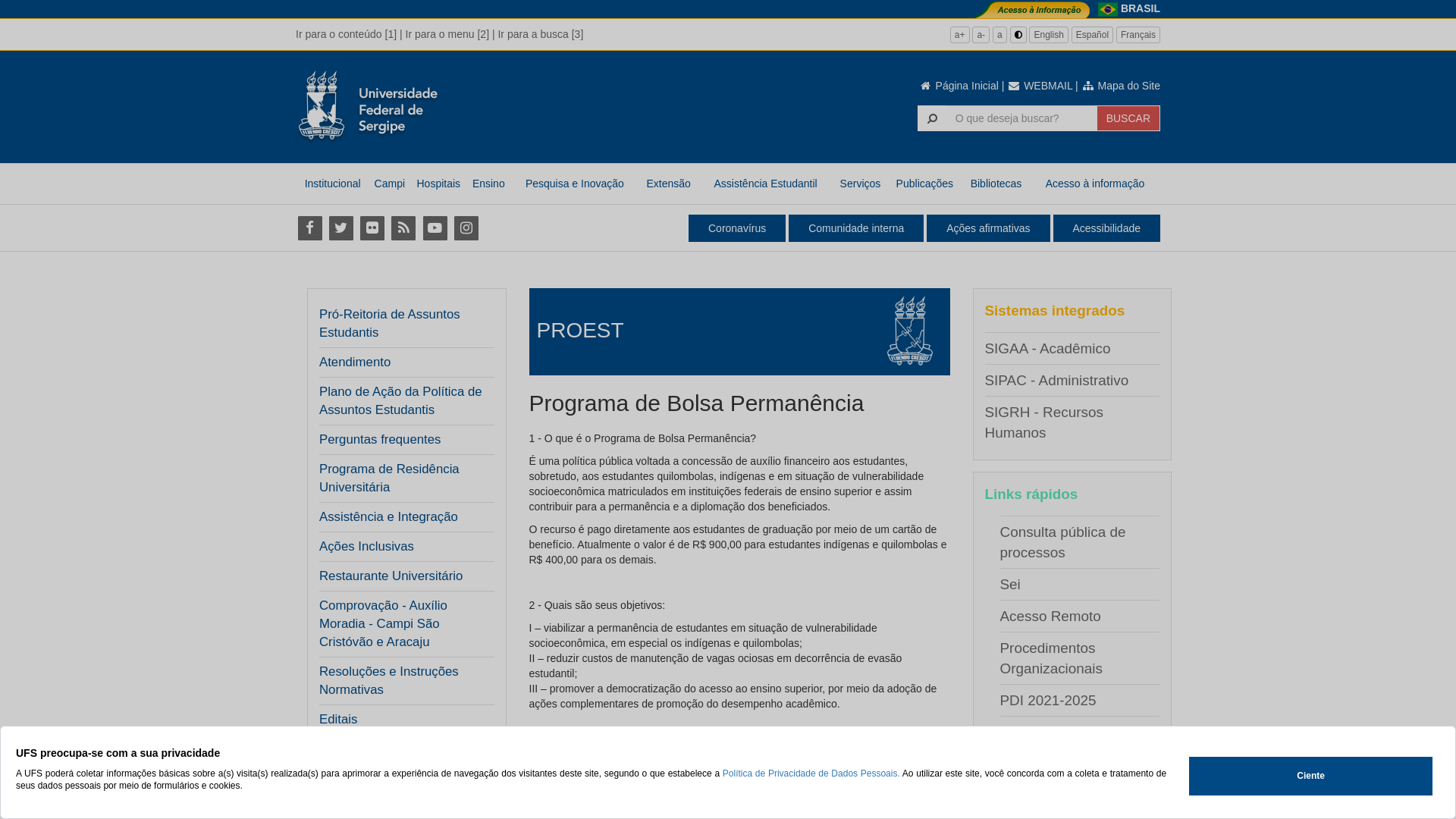  What do you see at coordinates (981, 34) in the screenshot?
I see `'a-'` at bounding box center [981, 34].